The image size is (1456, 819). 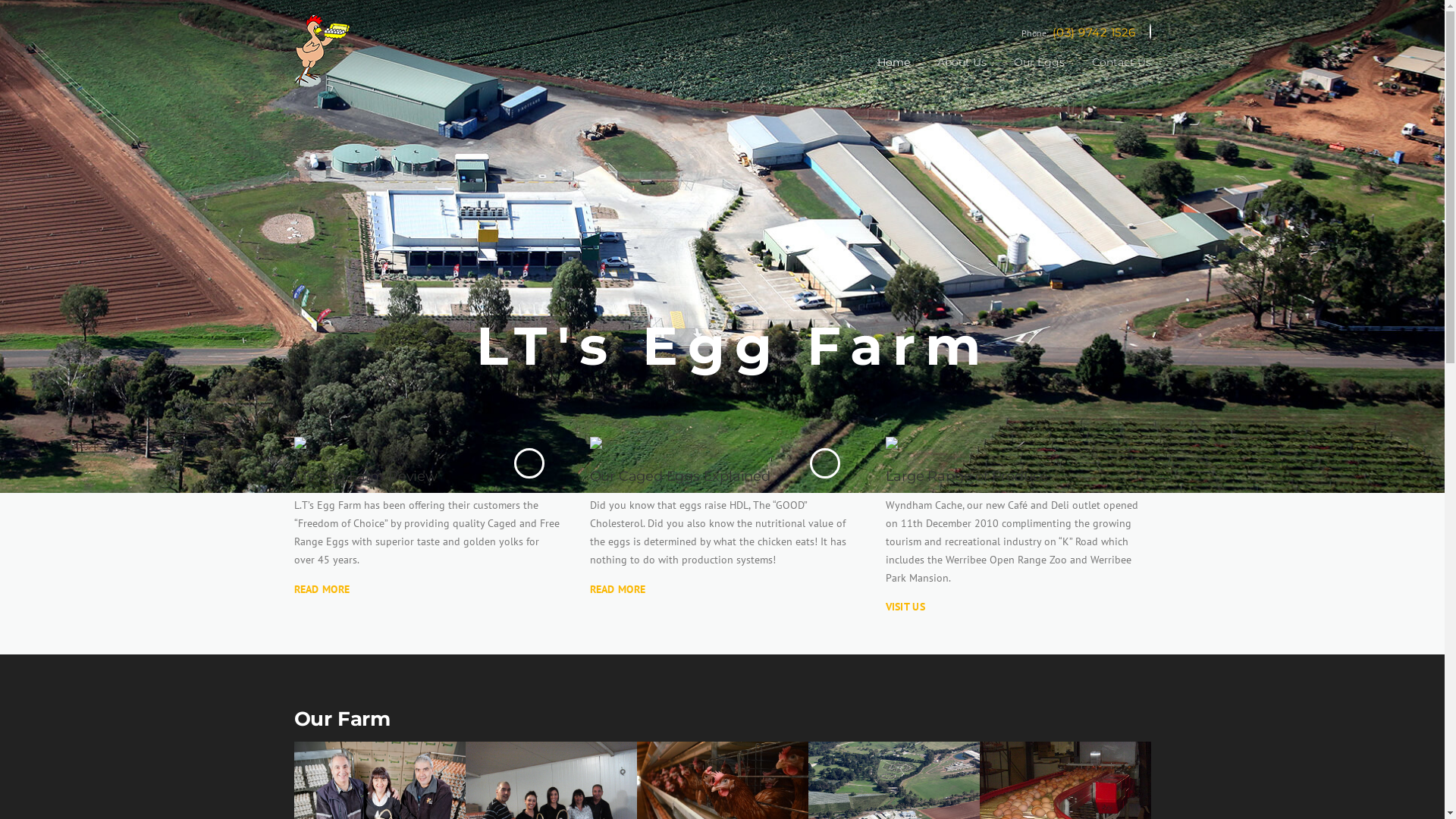 What do you see at coordinates (1150, 32) in the screenshot?
I see `'Email'` at bounding box center [1150, 32].